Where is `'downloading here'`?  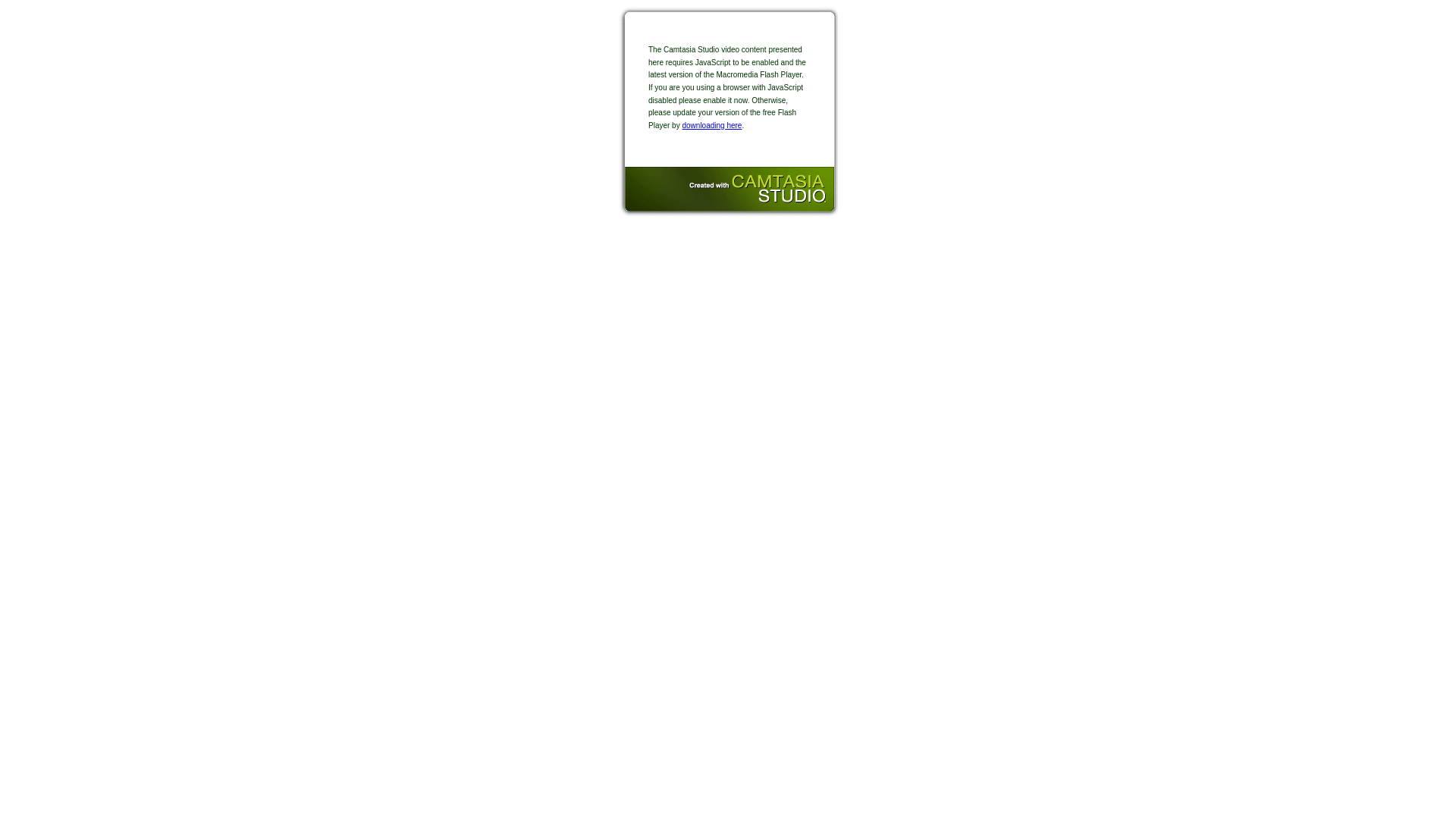
'downloading here' is located at coordinates (711, 124).